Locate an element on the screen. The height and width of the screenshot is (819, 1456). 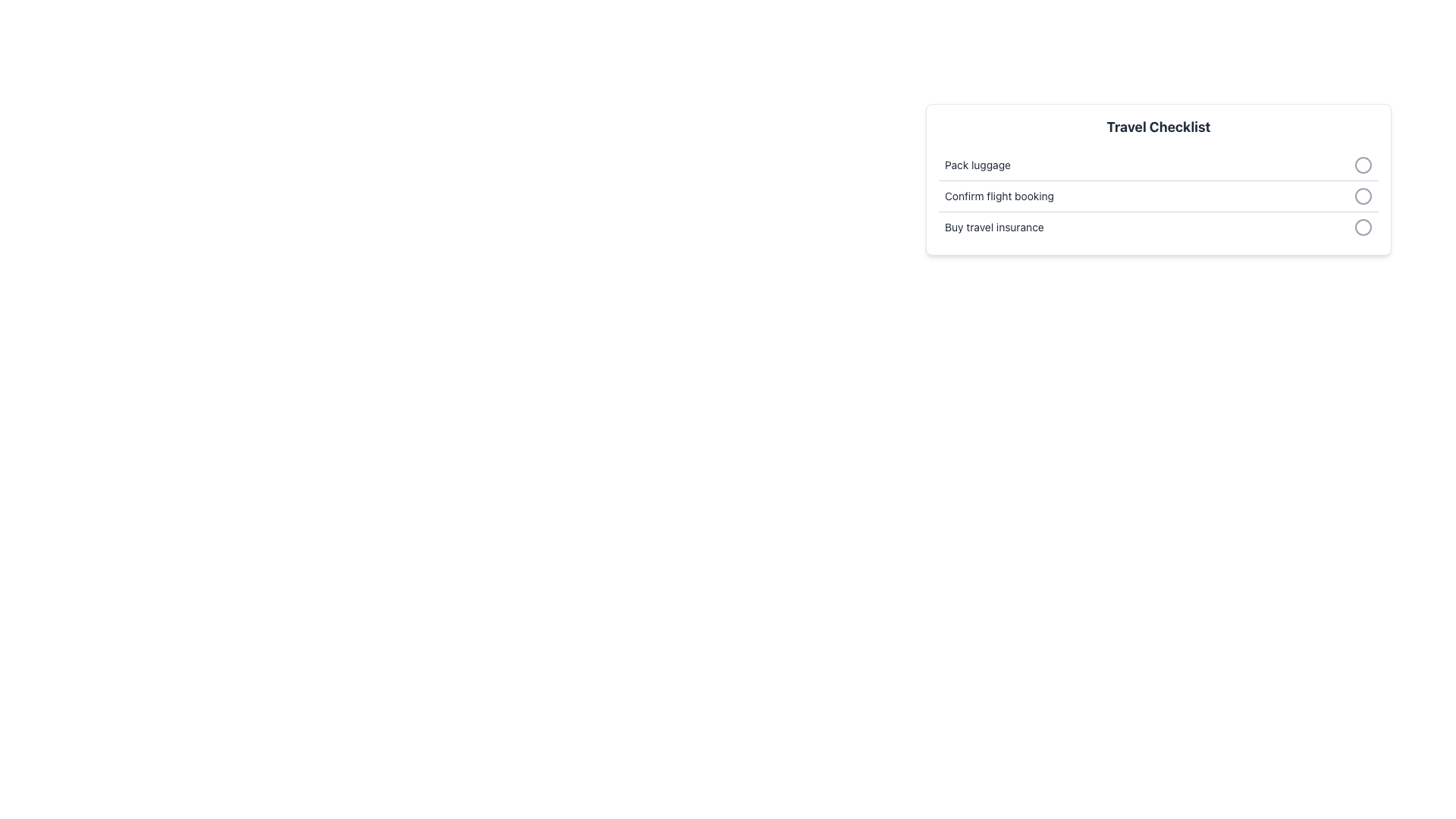
the circular toggle associated with the checklist item labeled 'Confirm flight booking' is located at coordinates (1157, 196).